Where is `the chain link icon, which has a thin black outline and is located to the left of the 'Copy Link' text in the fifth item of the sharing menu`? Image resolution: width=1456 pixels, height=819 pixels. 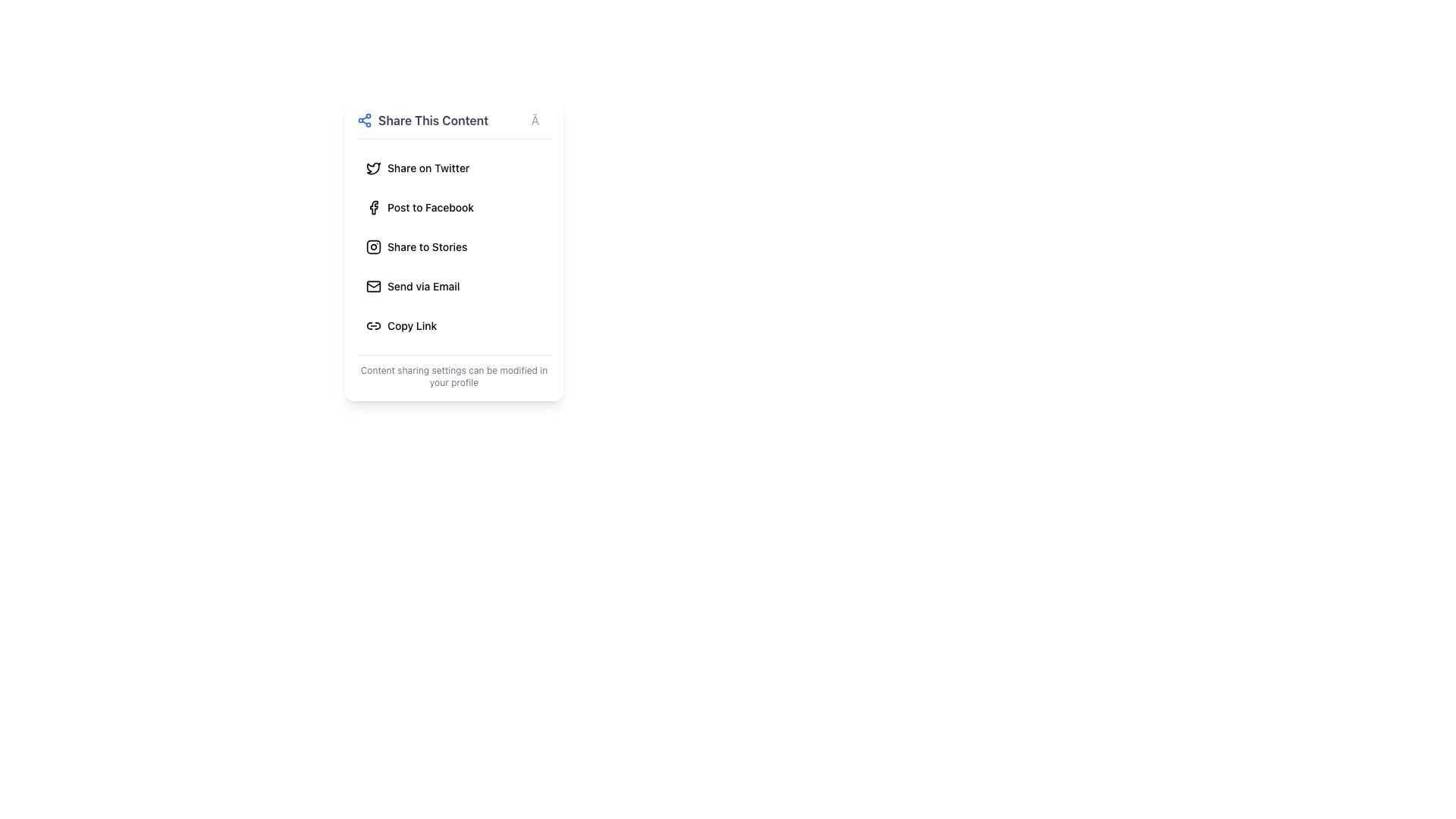 the chain link icon, which has a thin black outline and is located to the left of the 'Copy Link' text in the fifth item of the sharing menu is located at coordinates (374, 325).